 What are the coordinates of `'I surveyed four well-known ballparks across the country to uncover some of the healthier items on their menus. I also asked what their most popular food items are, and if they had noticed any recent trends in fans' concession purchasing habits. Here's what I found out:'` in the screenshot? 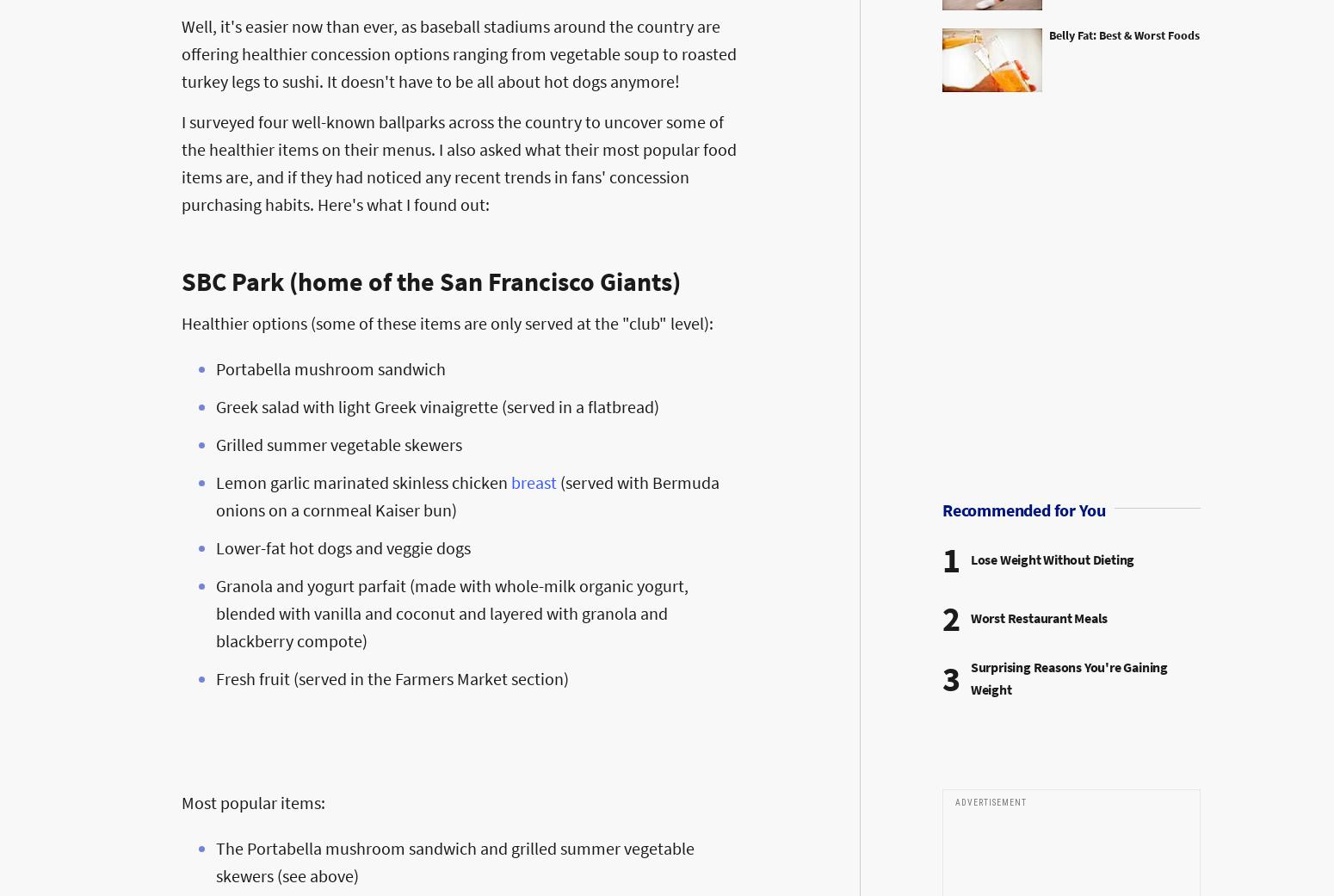 It's located at (458, 162).